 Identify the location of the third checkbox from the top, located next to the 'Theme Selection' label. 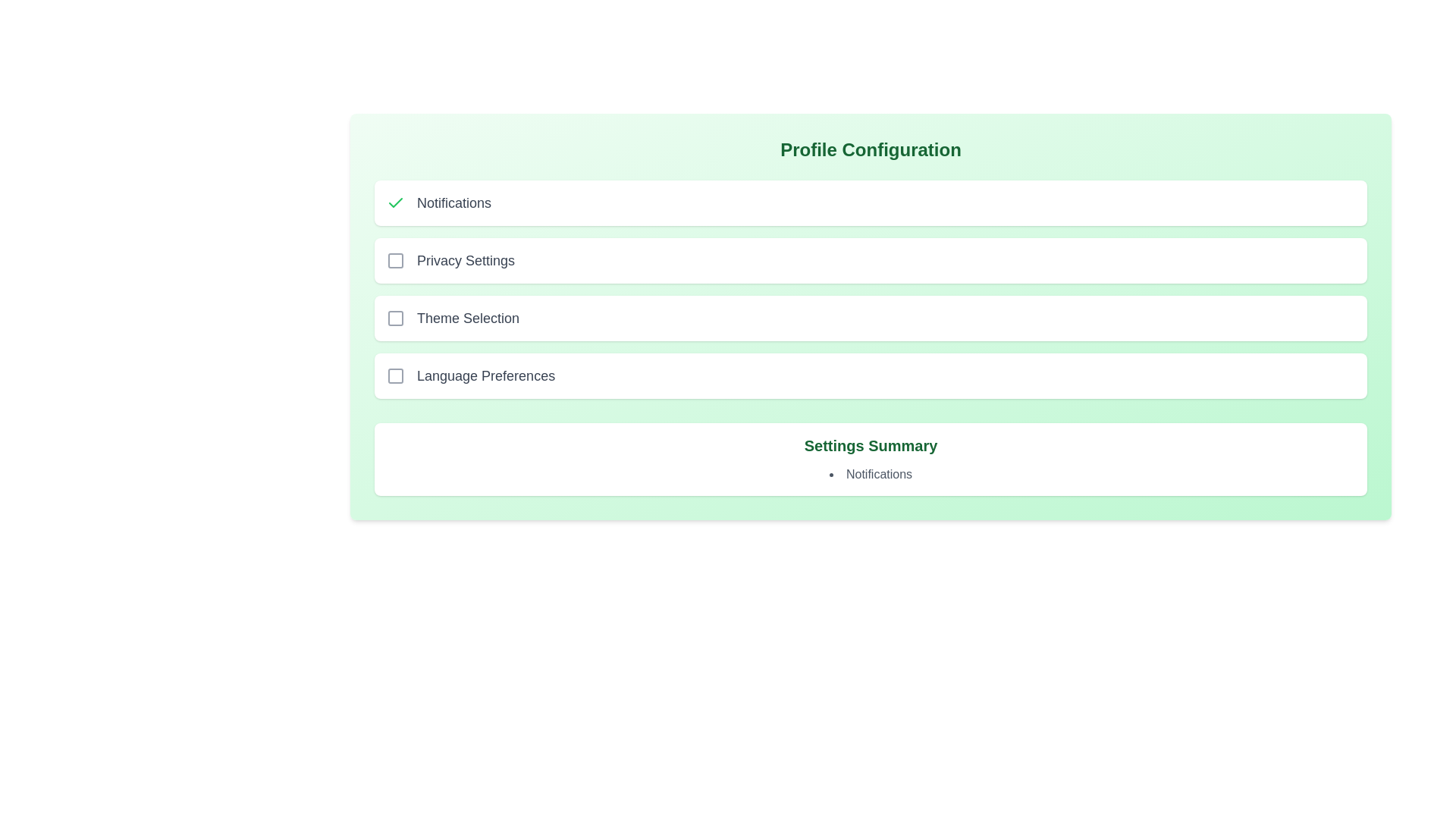
(396, 318).